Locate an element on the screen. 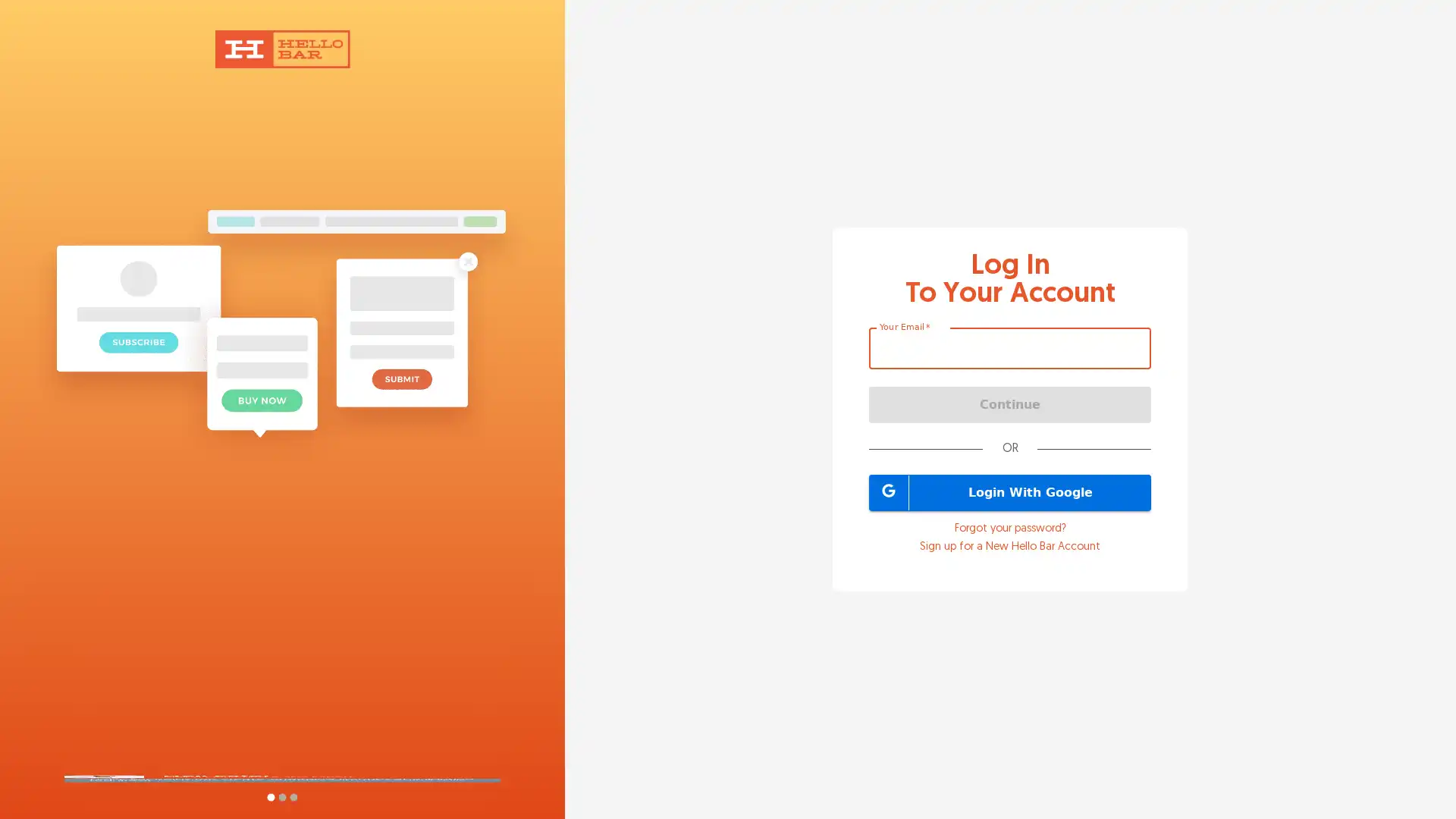 This screenshot has height=819, width=1456. carousel indicator 3 is located at coordinates (293, 796).